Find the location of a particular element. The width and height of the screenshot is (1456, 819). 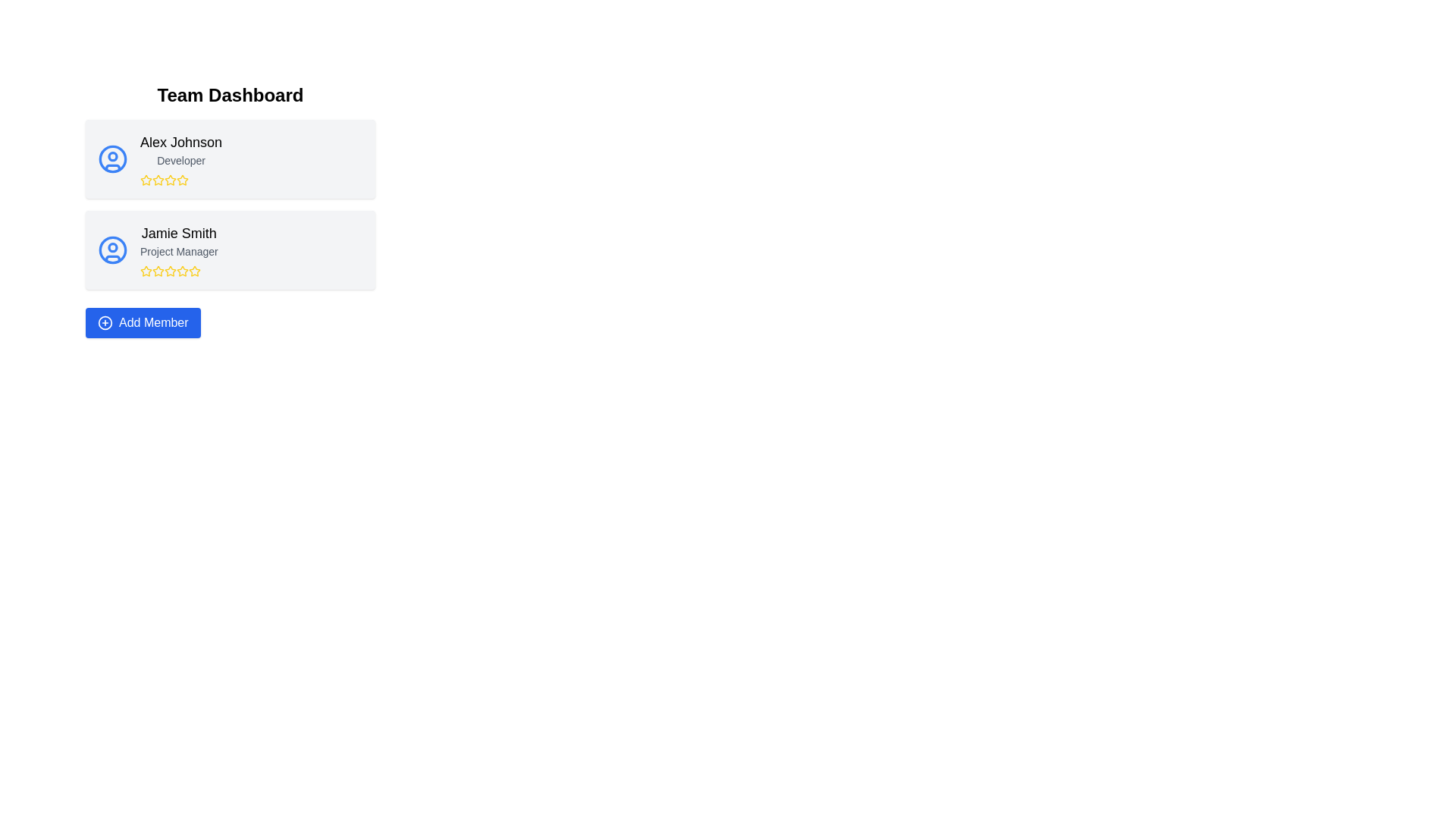

the fourth star icon in the rating display associated with 'Alex Johnson', which is styled in golden yellow and located below the name 'Alex Johnson' is located at coordinates (182, 180).